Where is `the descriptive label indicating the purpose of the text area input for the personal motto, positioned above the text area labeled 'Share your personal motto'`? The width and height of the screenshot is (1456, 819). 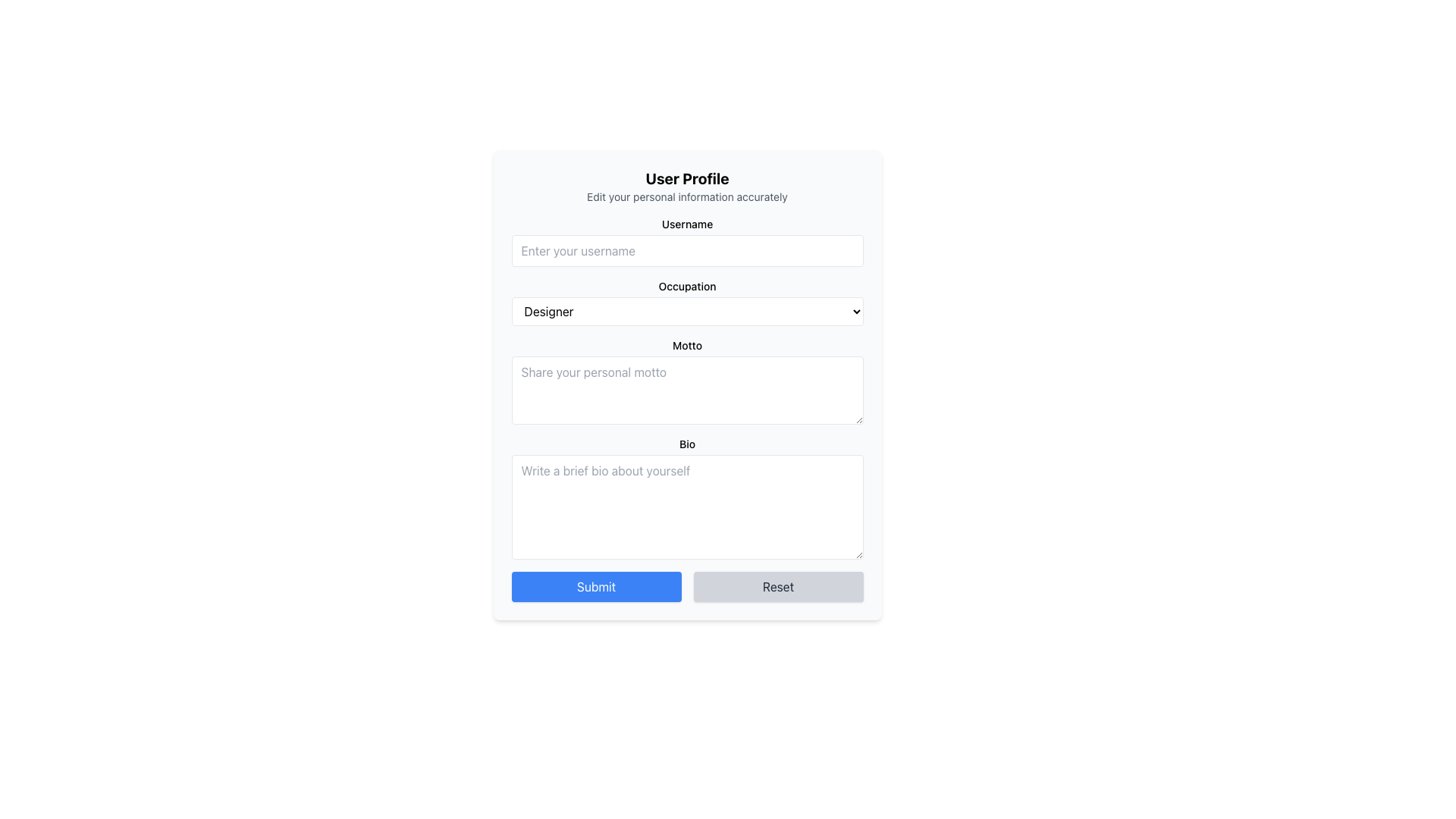
the descriptive label indicating the purpose of the text area input for the personal motto, positioned above the text area labeled 'Share your personal motto' is located at coordinates (686, 345).